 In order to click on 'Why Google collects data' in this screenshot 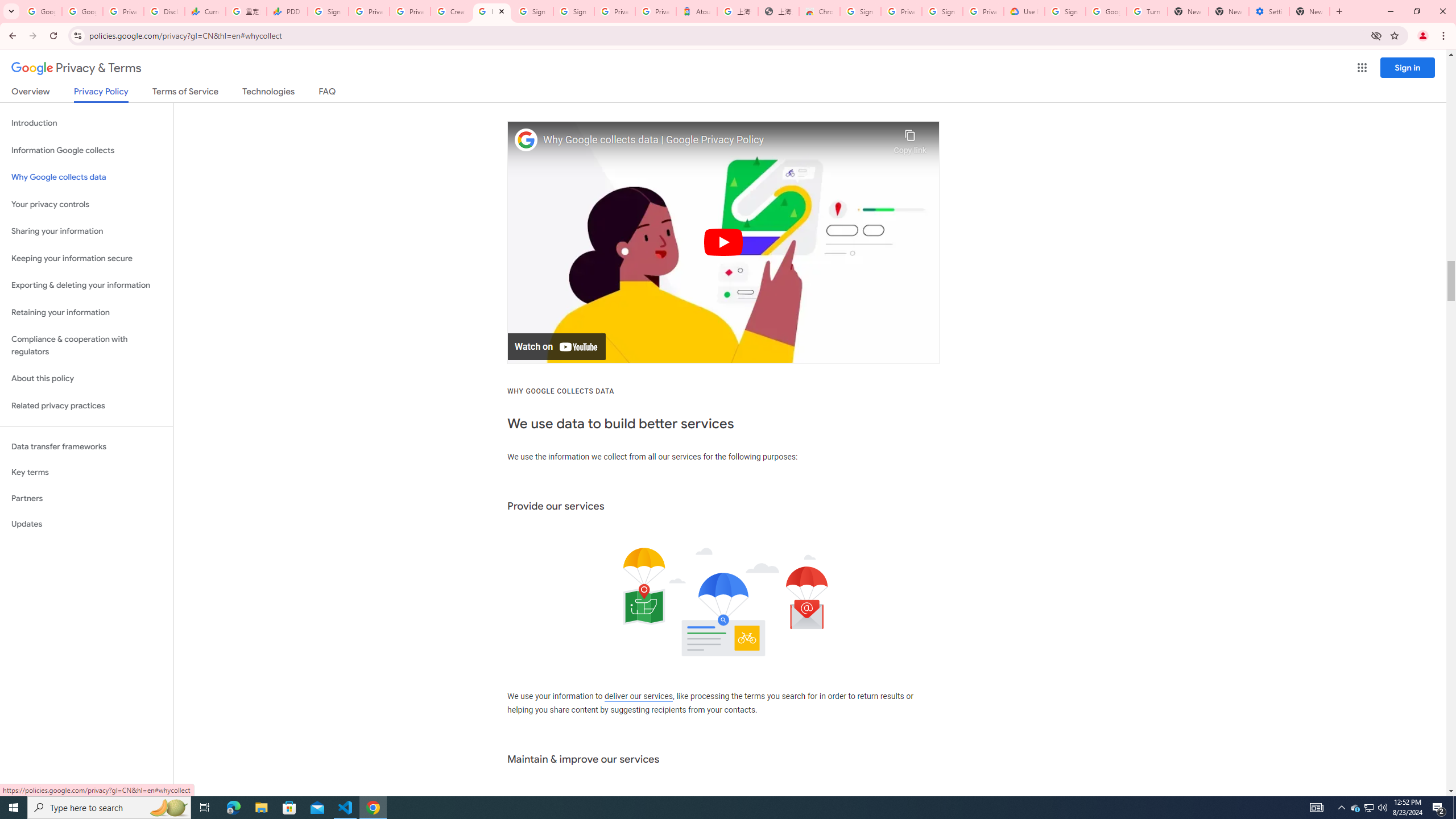, I will do `click(86, 176)`.